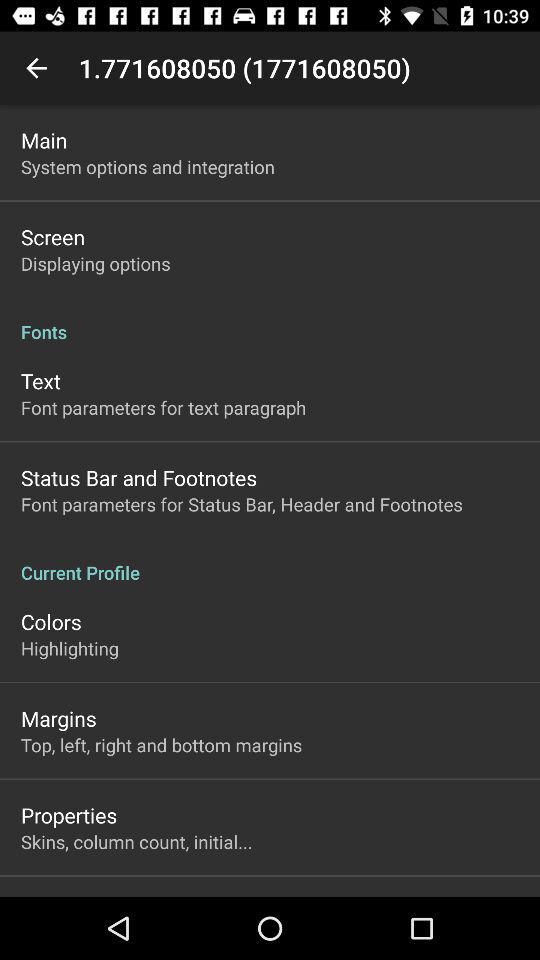  Describe the element at coordinates (36, 68) in the screenshot. I see `app next to 1.771608050 (1771608050) app` at that location.